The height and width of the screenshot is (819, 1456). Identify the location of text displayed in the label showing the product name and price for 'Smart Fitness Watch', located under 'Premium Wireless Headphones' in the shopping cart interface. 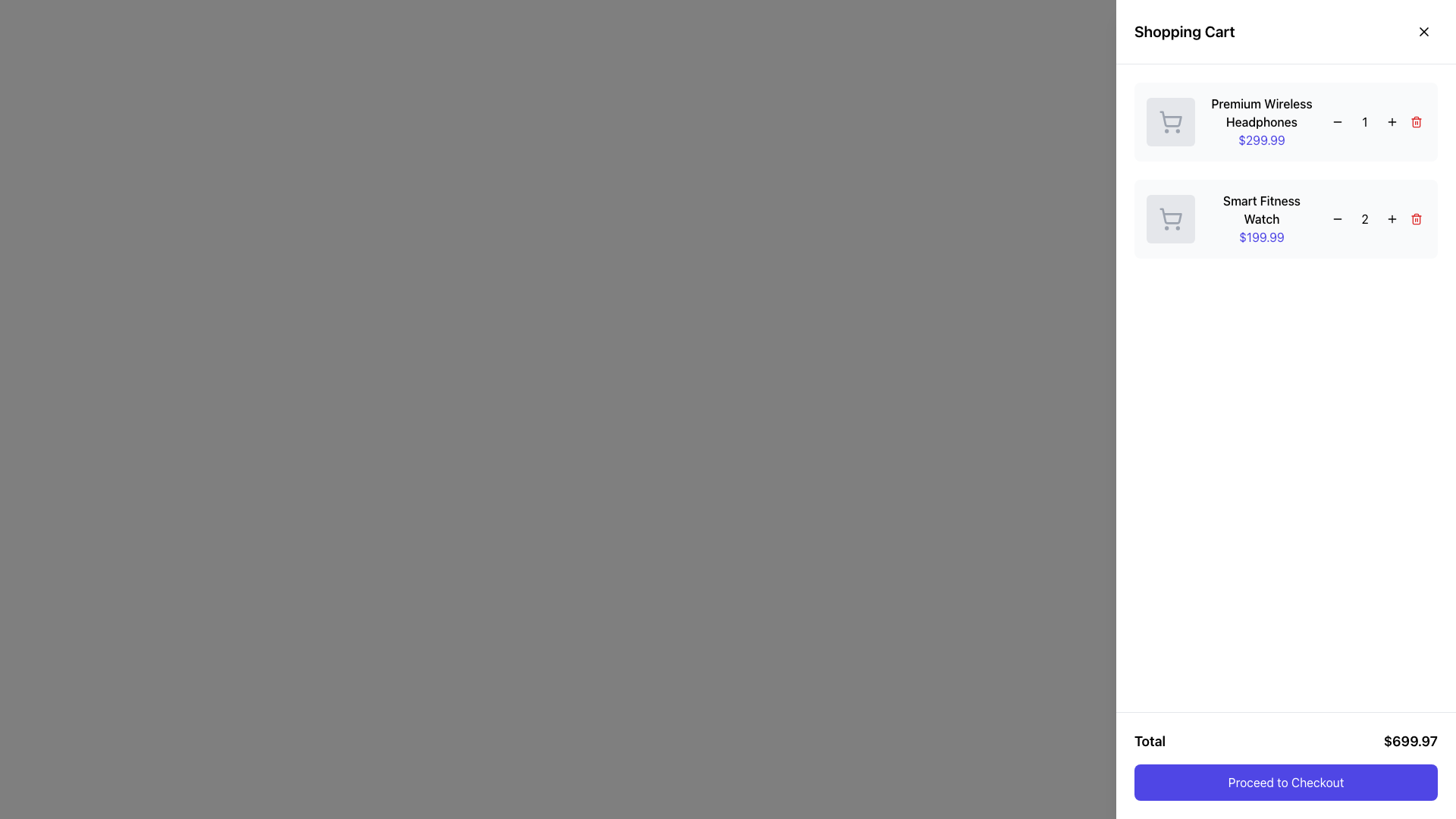
(1262, 219).